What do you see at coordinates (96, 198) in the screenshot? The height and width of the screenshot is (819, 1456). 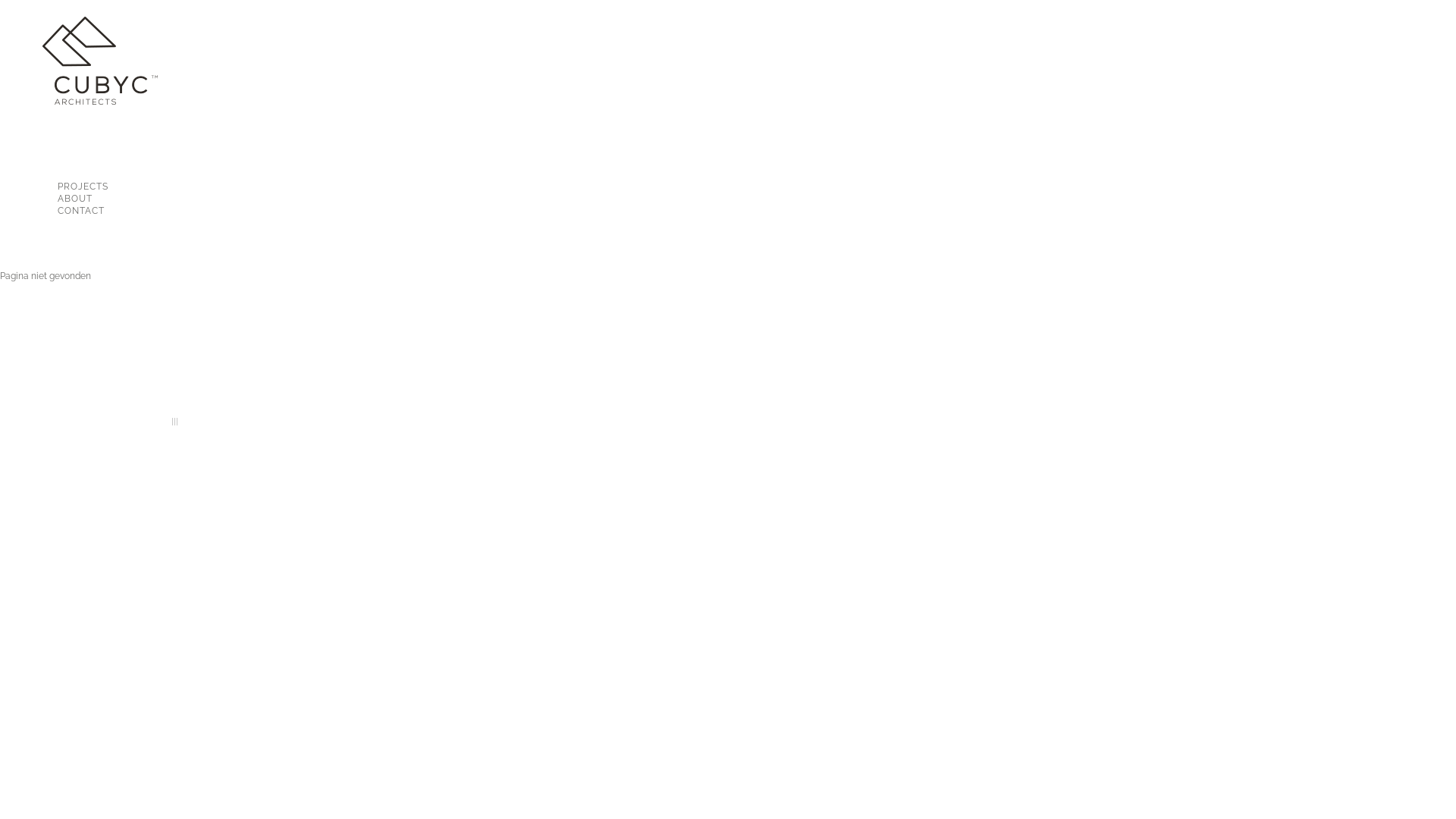 I see `'ABOUT'` at bounding box center [96, 198].